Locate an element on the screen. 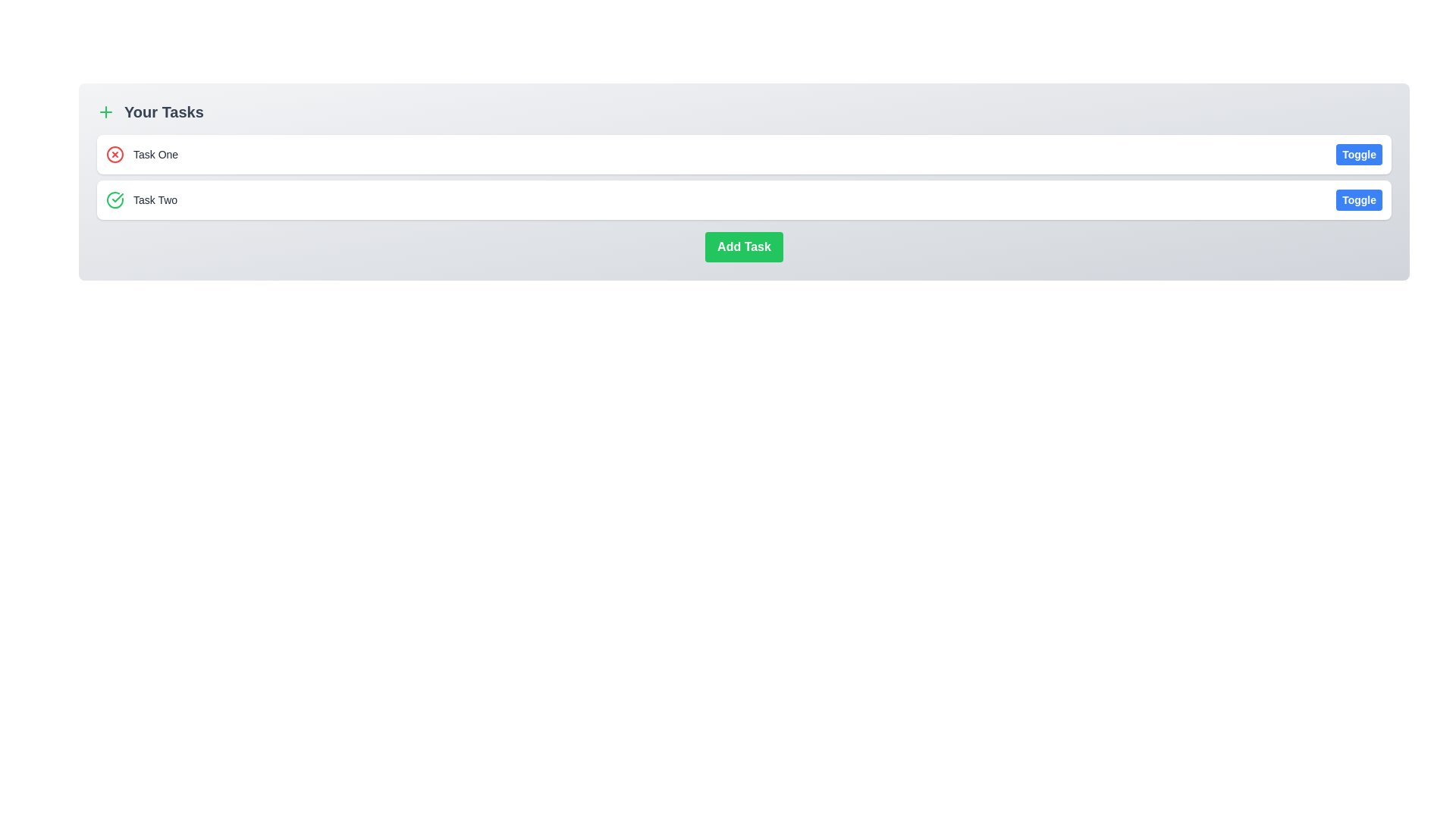  the green check symbol icon enclosed within a circle, located to the left of the text 'Task Two' in the task list is located at coordinates (115, 199).